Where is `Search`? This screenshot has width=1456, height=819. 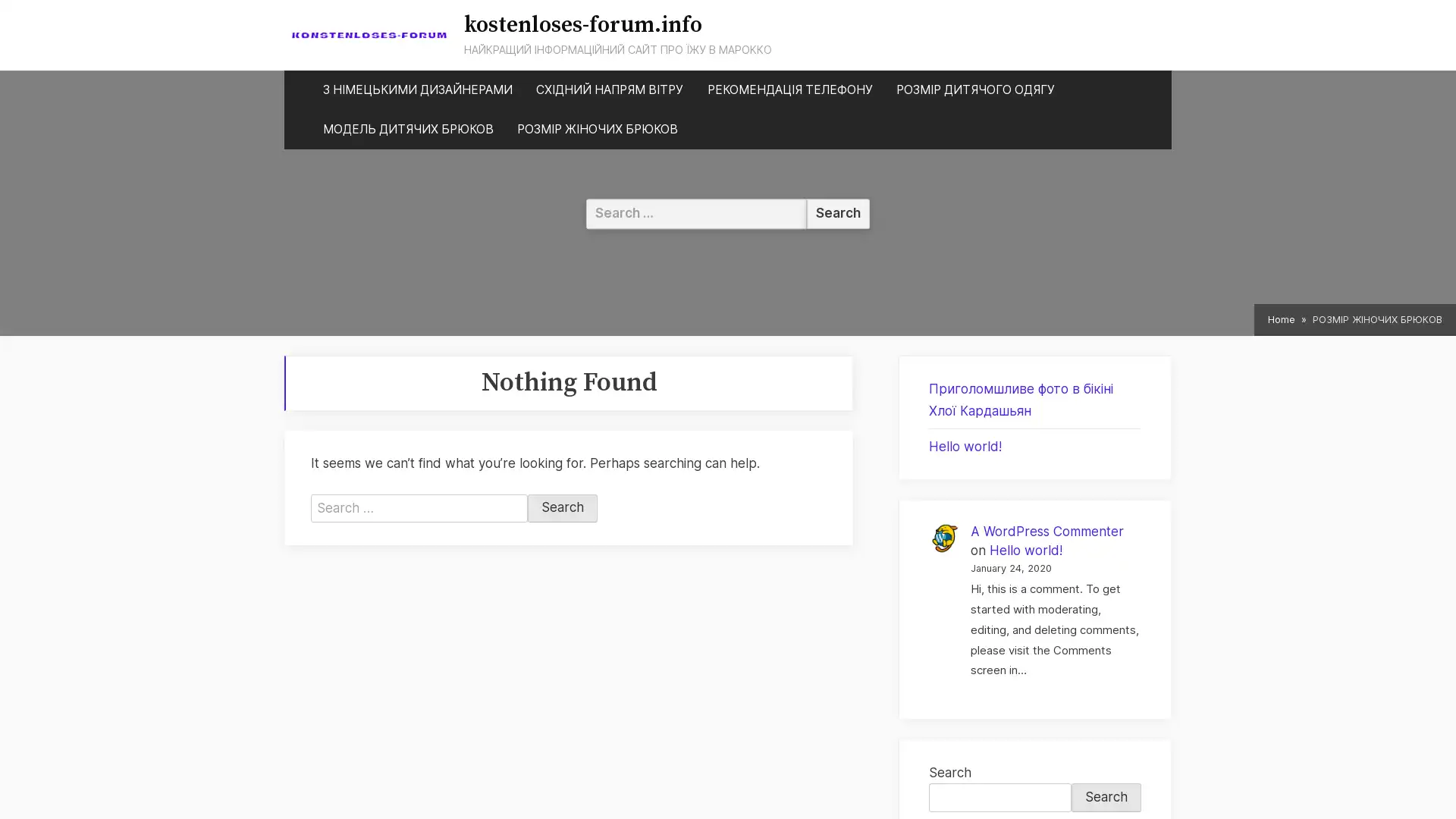
Search is located at coordinates (562, 508).